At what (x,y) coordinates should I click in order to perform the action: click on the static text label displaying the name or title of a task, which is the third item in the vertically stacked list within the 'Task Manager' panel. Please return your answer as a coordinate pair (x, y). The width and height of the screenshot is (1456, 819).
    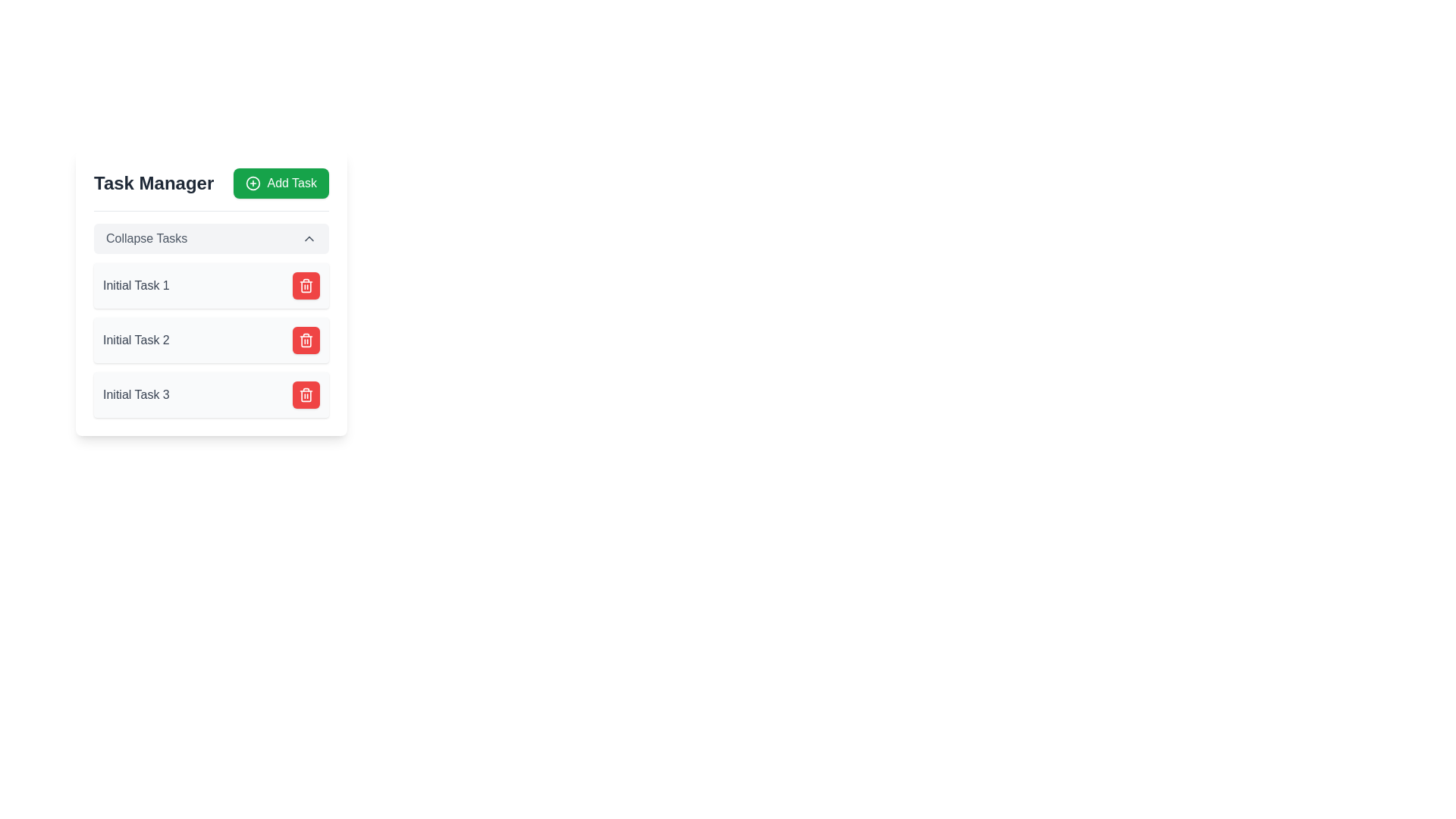
    Looking at the image, I should click on (136, 394).